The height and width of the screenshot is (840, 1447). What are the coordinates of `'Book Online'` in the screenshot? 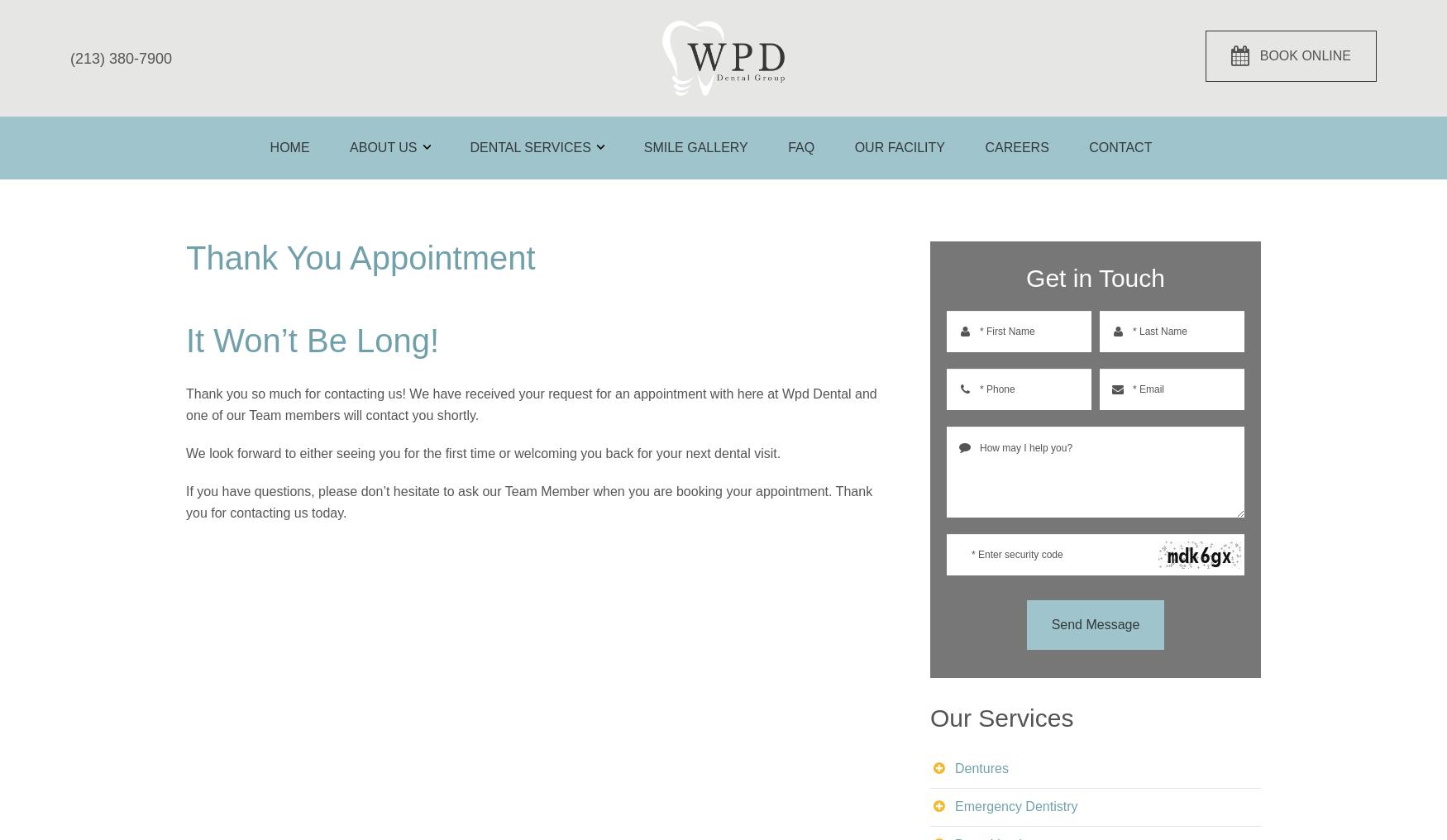 It's located at (1303, 55).